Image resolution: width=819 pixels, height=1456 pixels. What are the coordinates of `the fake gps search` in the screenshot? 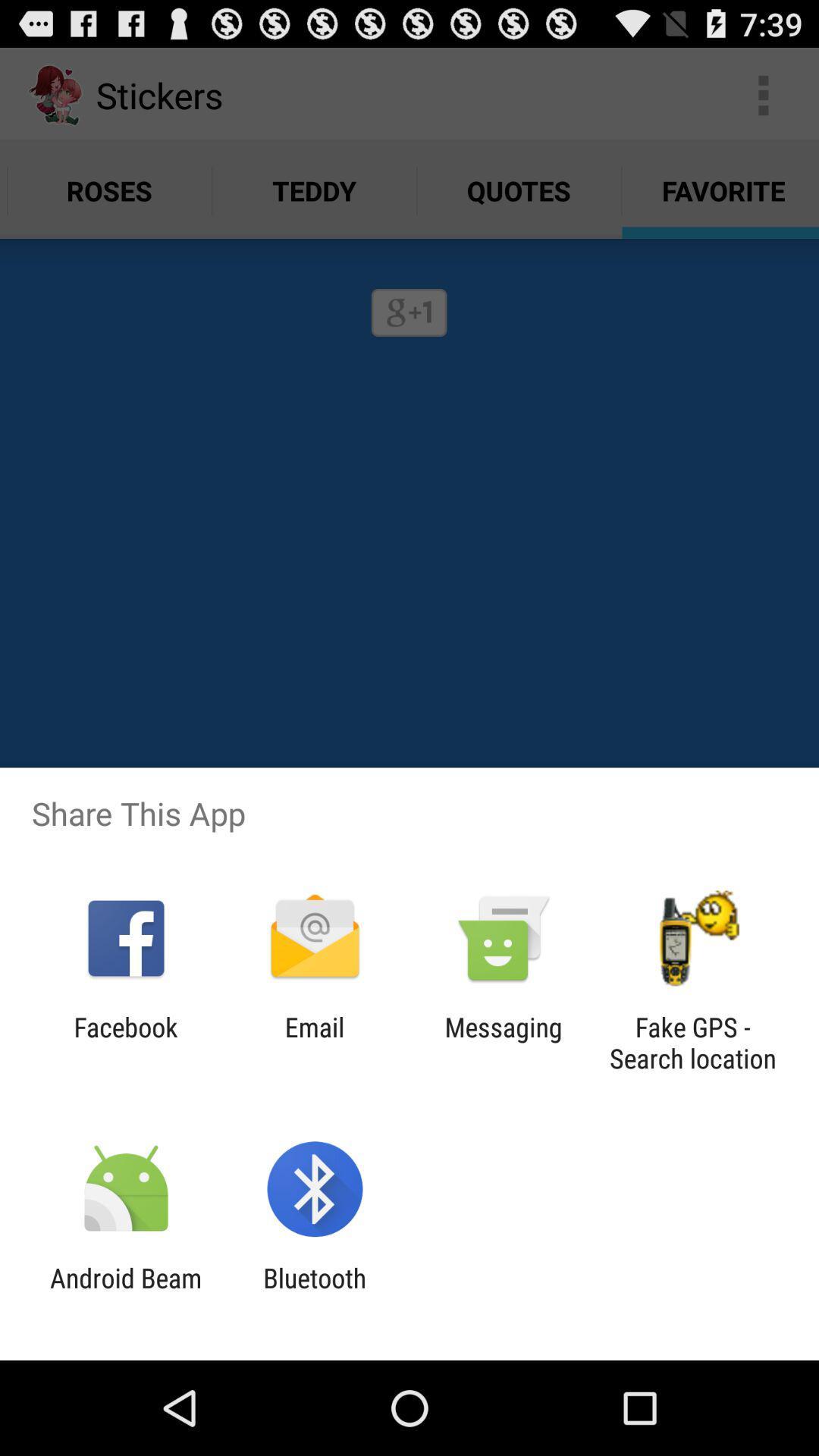 It's located at (692, 1042).